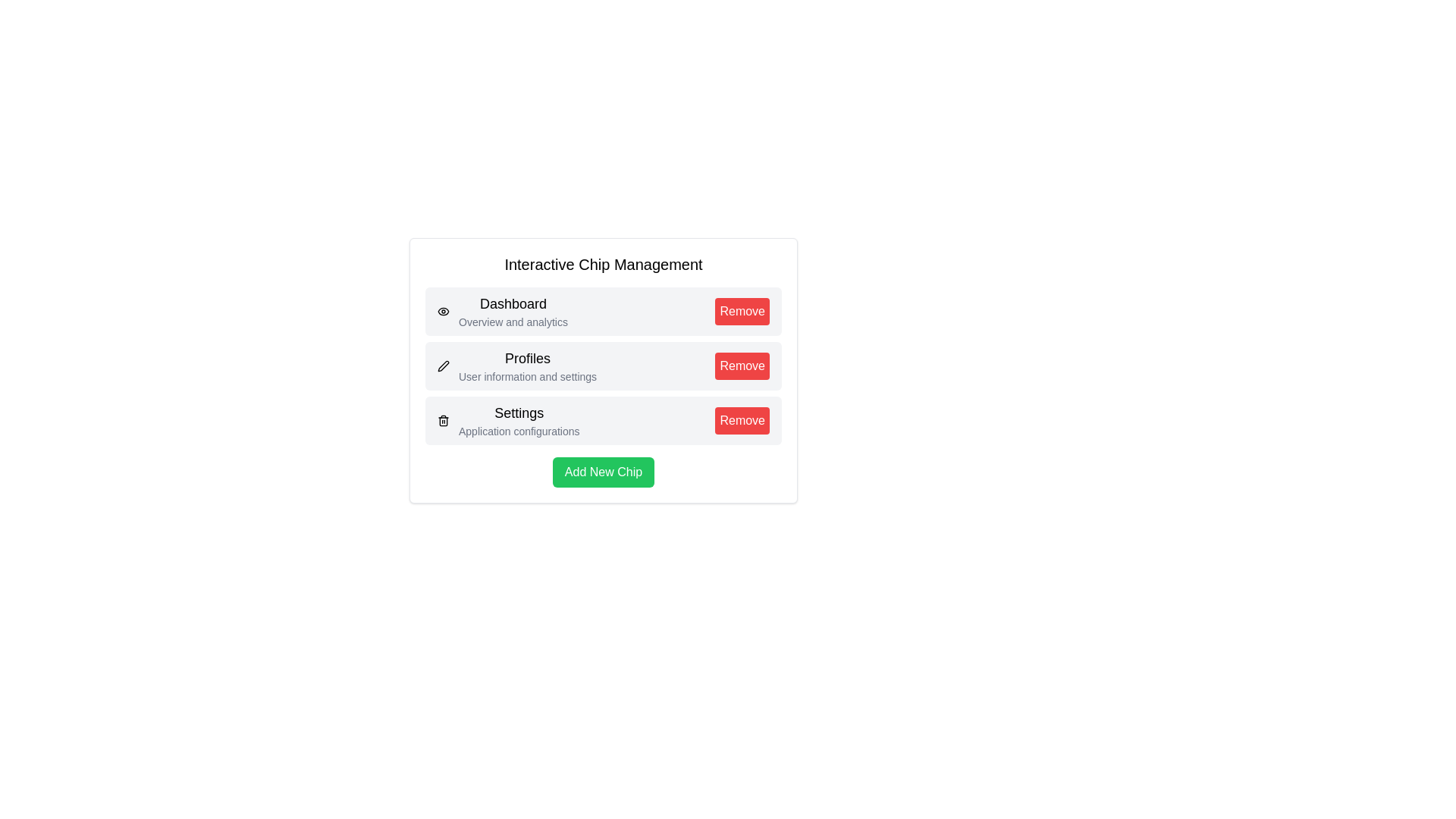  Describe the element at coordinates (603, 472) in the screenshot. I see `'Add New Chip' button to add a new chip` at that location.